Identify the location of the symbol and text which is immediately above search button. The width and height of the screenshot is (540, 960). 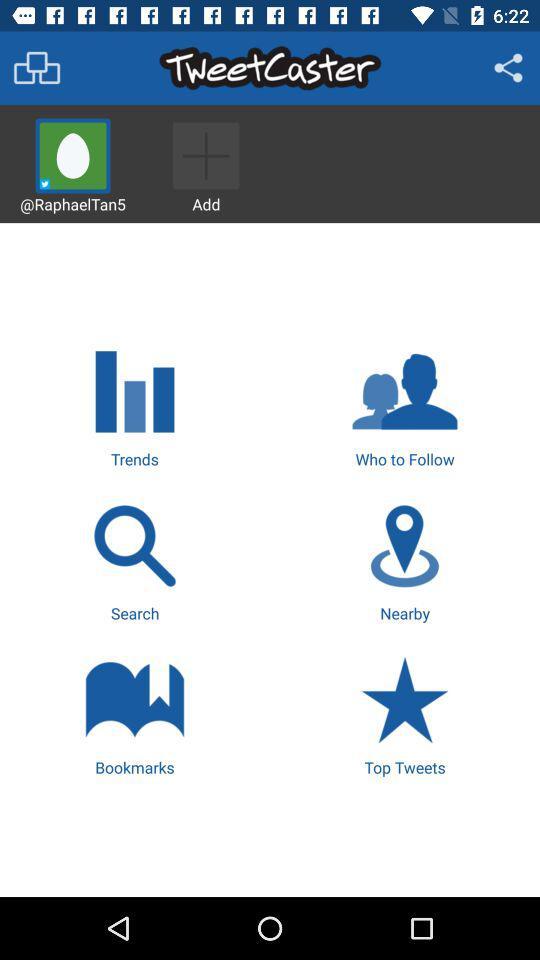
(135, 404).